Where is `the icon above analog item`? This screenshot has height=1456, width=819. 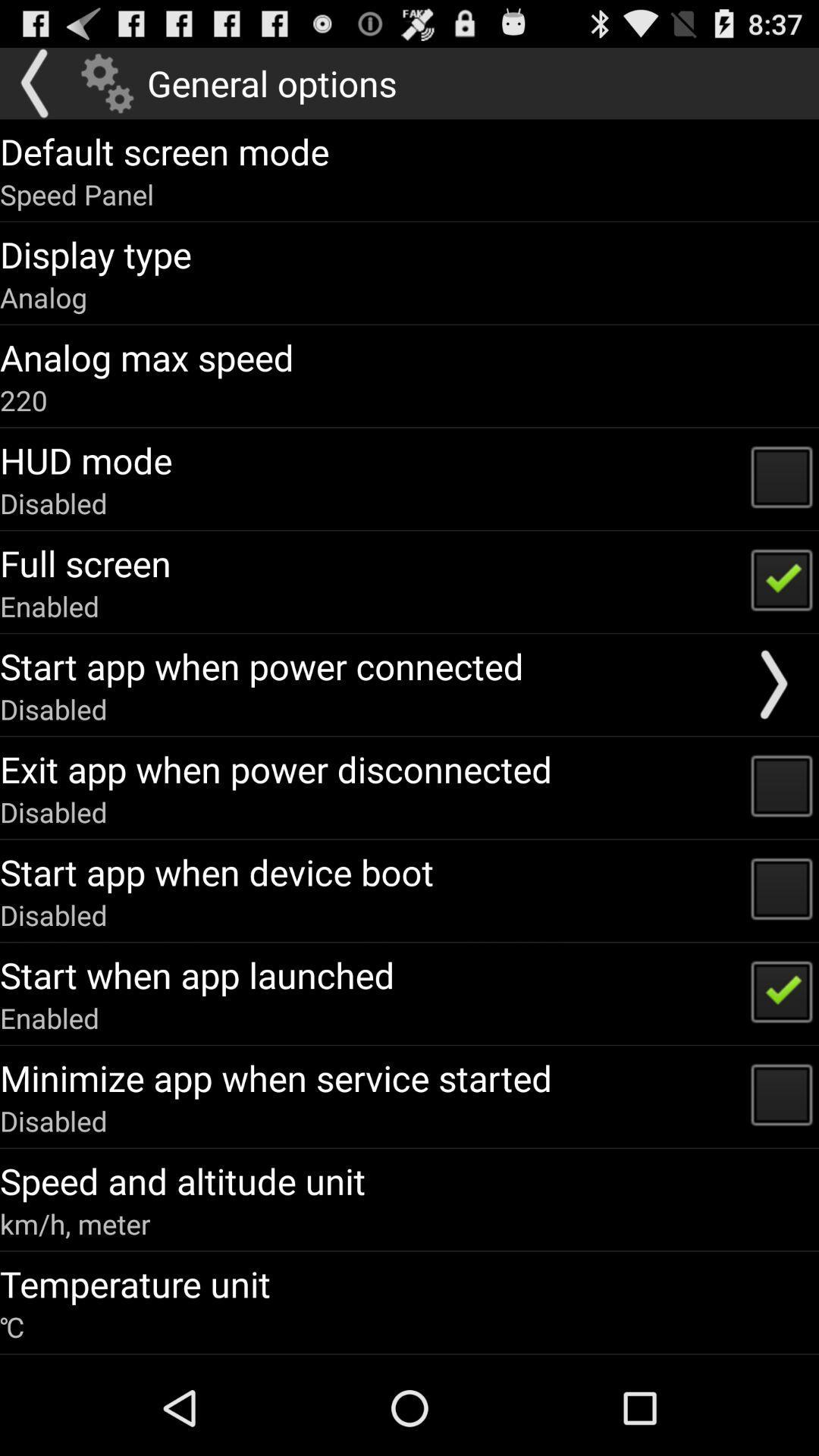 the icon above analog item is located at coordinates (96, 254).